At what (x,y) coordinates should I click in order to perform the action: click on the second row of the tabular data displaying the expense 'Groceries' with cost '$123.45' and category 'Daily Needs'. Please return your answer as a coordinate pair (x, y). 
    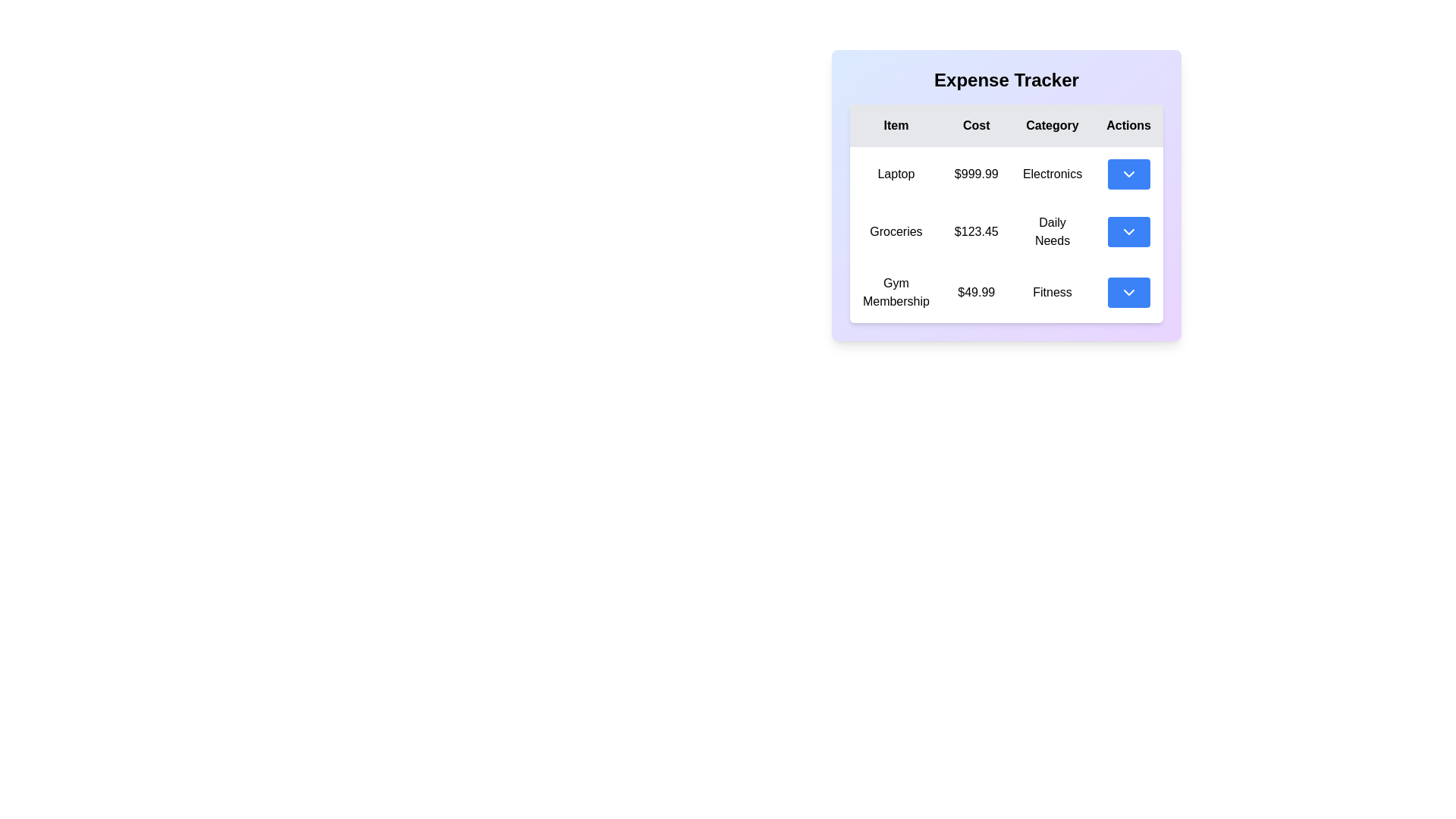
    Looking at the image, I should click on (1006, 234).